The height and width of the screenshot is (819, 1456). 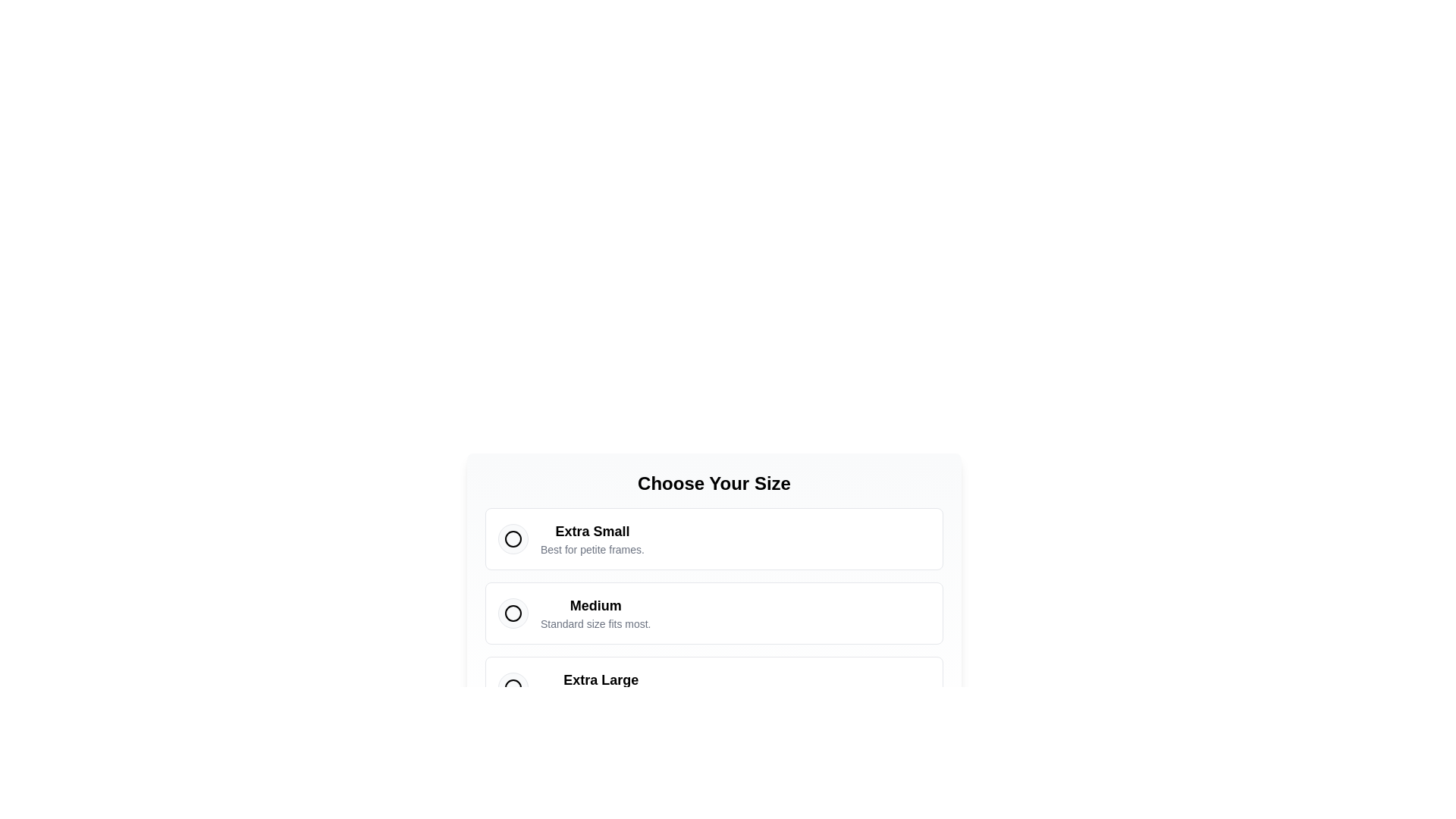 I want to click on the circle graphic representing the radio button for the 'Extra Small' size option, so click(x=513, y=538).